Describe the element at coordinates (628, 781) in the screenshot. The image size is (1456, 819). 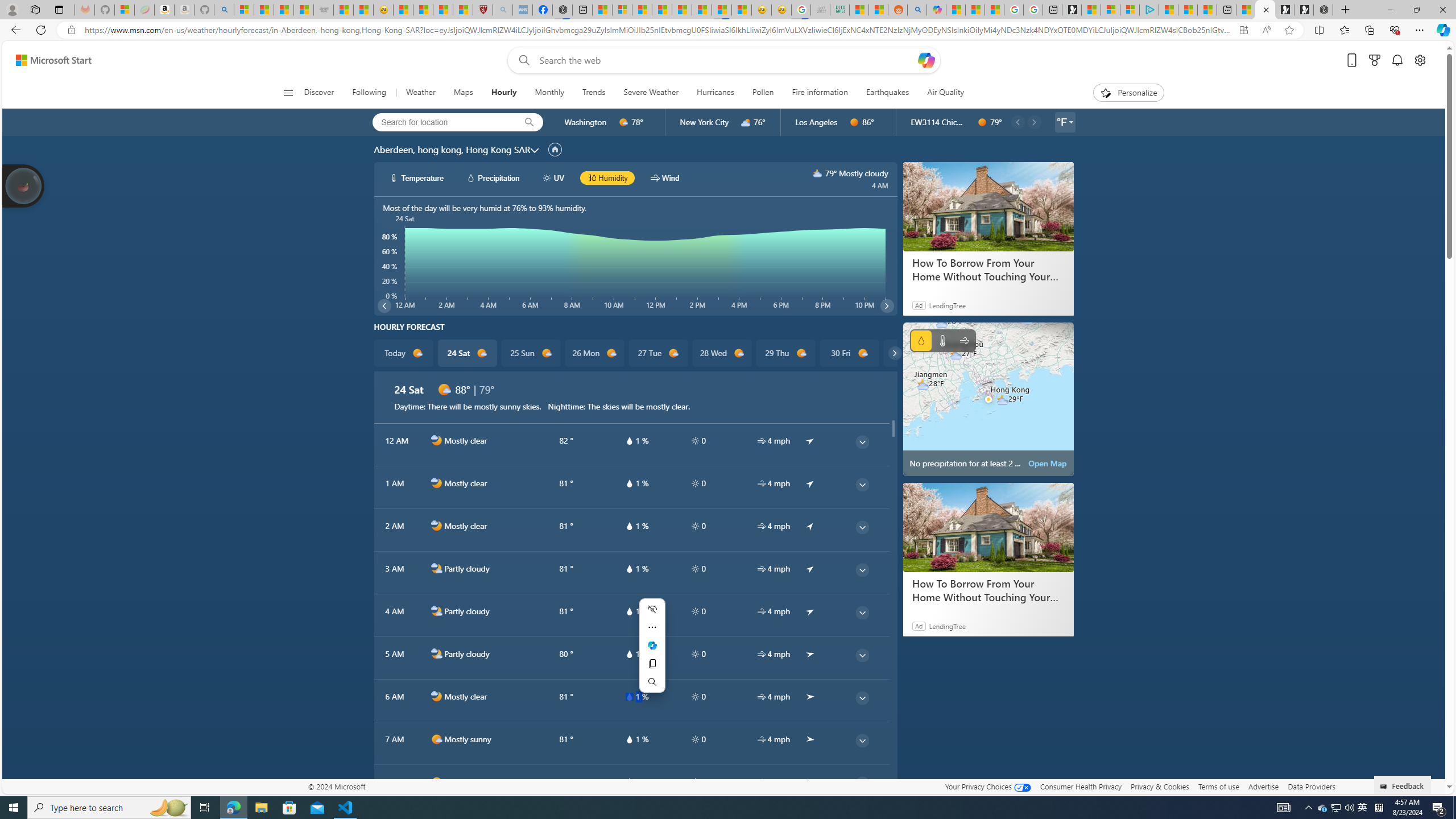
I see `'hourlyTable/drop'` at that location.